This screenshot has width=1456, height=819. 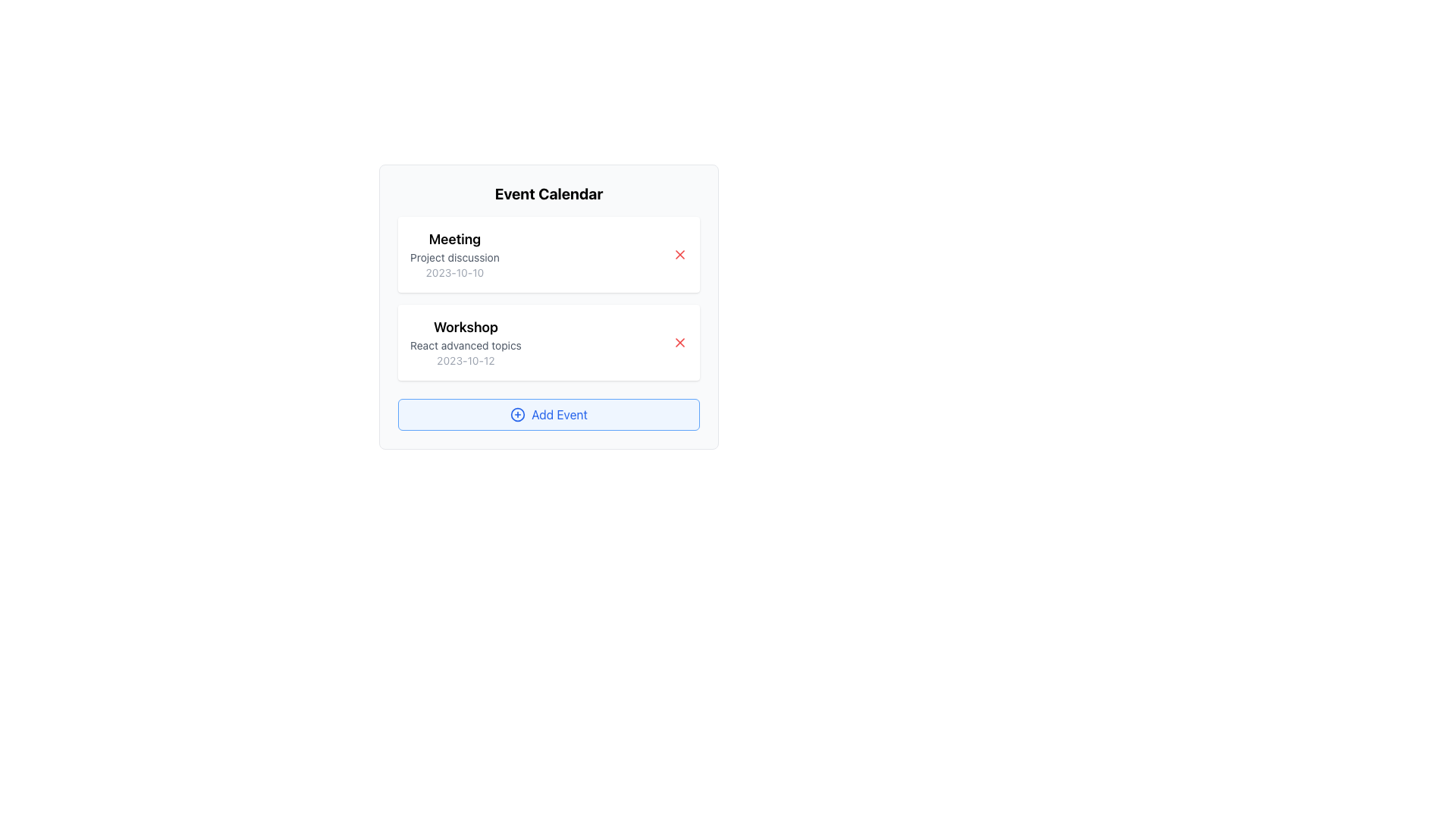 What do you see at coordinates (548, 253) in the screenshot?
I see `to interact with the first event item card in the vertical list of event cards located in the middle of the event calendar component` at bounding box center [548, 253].